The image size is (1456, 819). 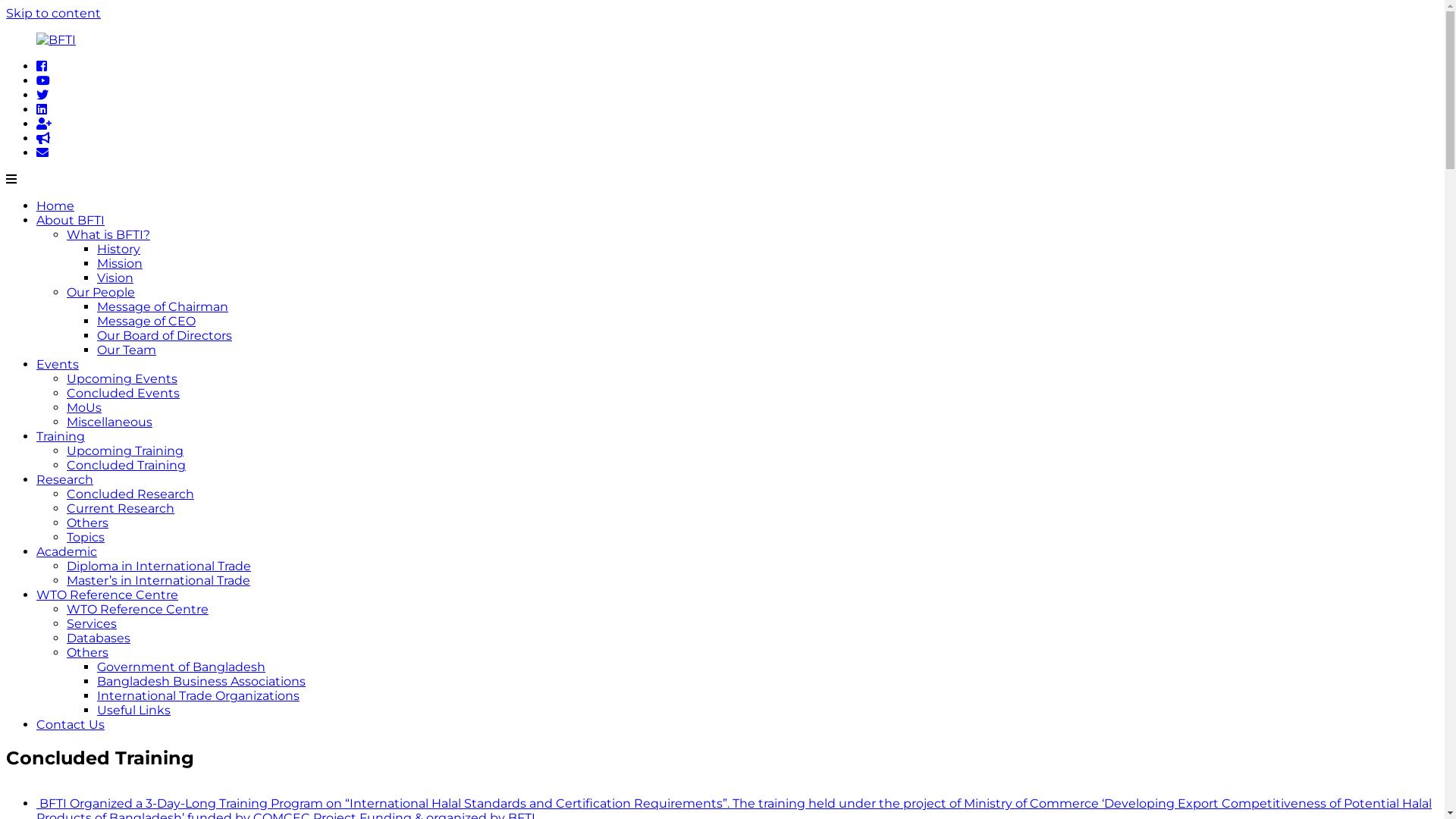 What do you see at coordinates (69, 723) in the screenshot?
I see `'Contact Us'` at bounding box center [69, 723].